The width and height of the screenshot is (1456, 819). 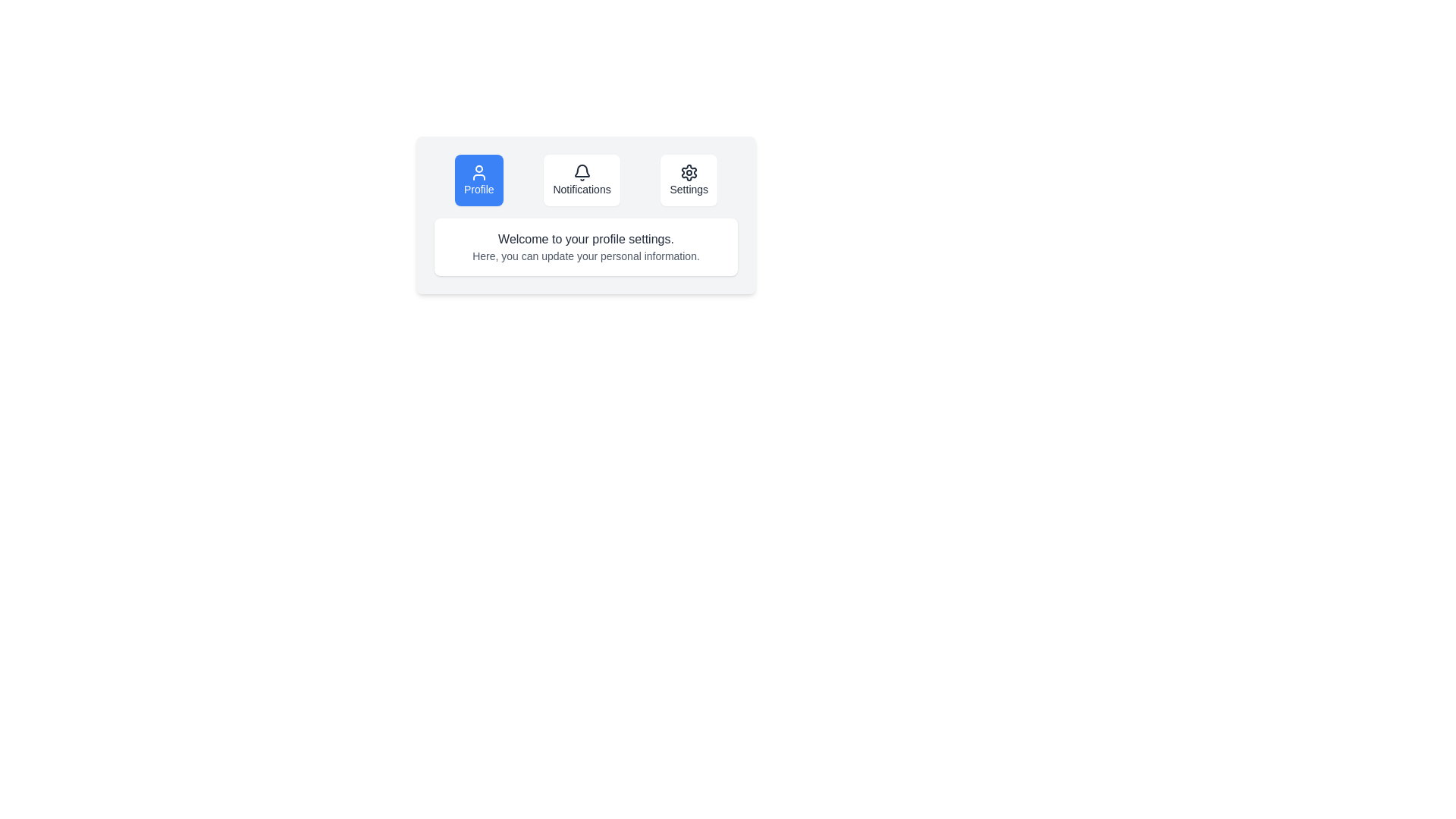 I want to click on the Profile tab, so click(x=478, y=180).